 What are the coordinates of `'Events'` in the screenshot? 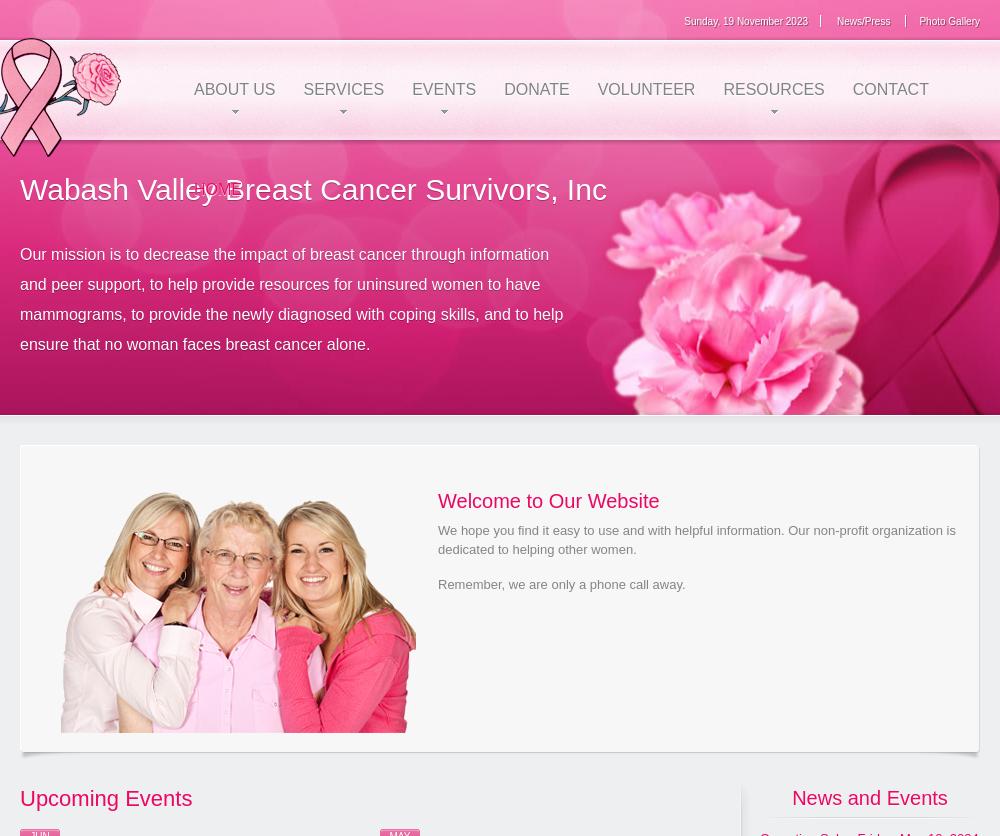 It's located at (412, 89).